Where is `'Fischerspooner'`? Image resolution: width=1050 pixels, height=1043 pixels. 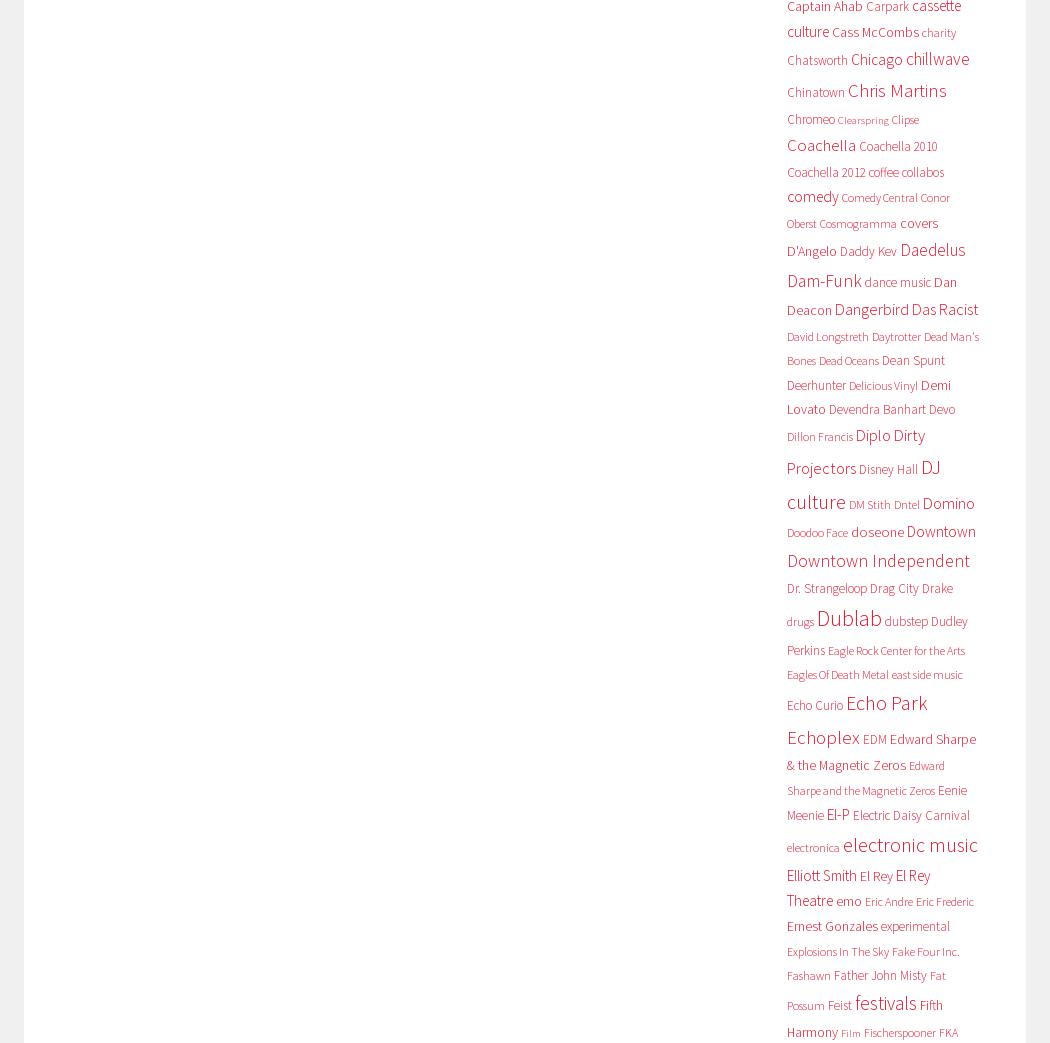
'Fischerspooner' is located at coordinates (898, 1032).